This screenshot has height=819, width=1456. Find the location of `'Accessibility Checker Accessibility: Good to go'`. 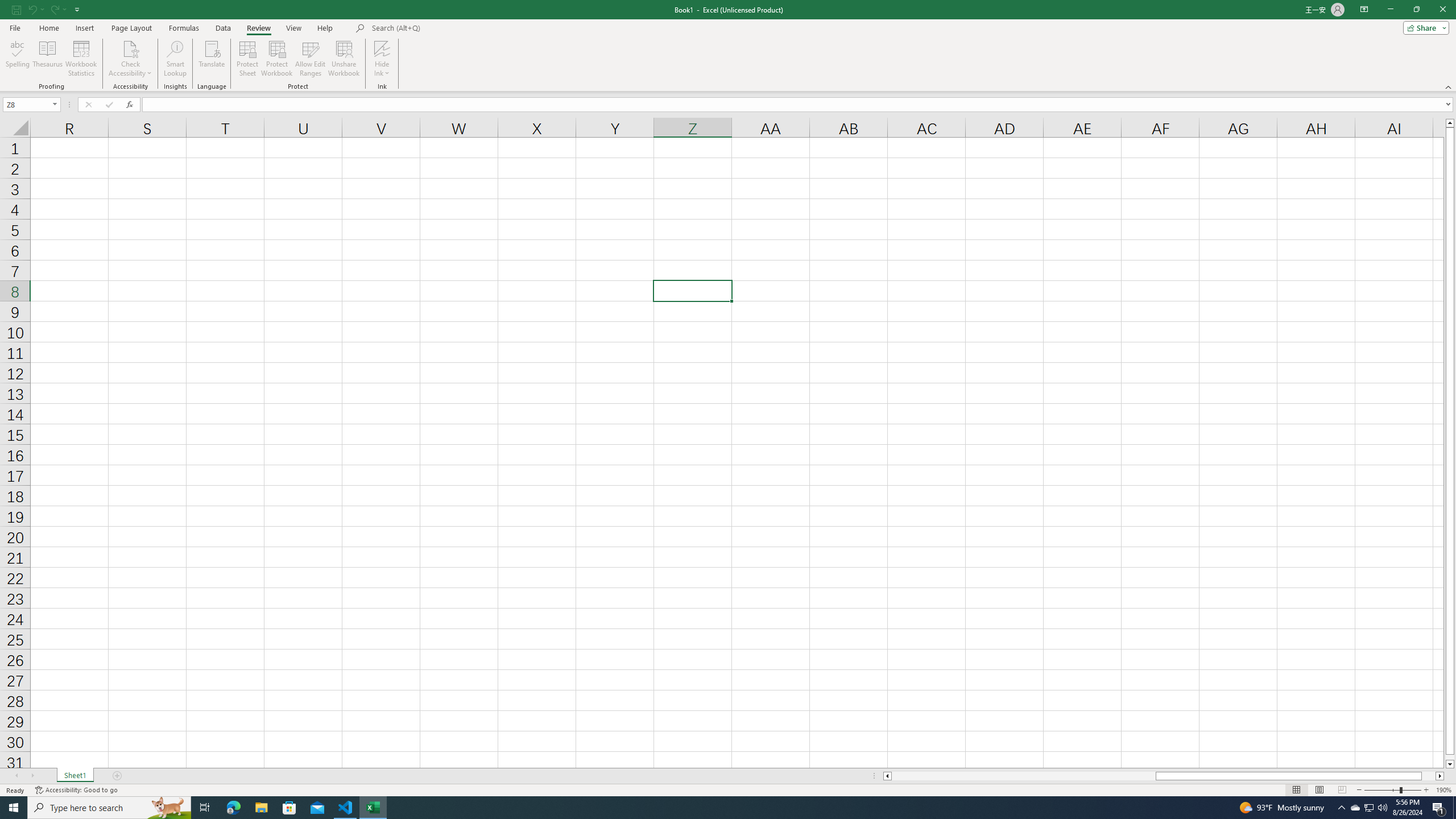

'Accessibility Checker Accessibility: Good to go' is located at coordinates (76, 790).